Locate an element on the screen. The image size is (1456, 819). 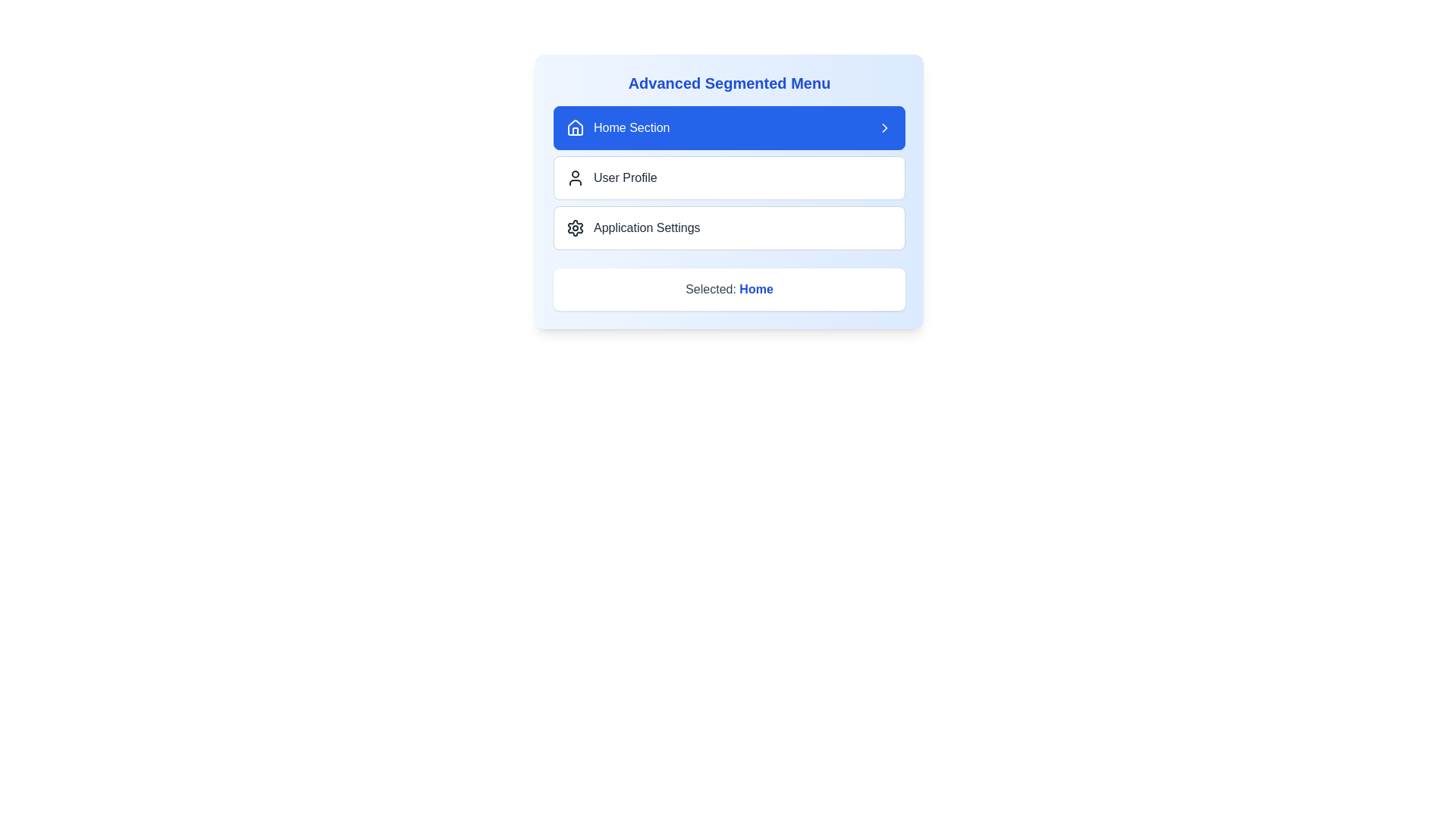
the third button labeled 'Application Settings' located in the 'Advanced Segmented Menu' is located at coordinates (729, 227).